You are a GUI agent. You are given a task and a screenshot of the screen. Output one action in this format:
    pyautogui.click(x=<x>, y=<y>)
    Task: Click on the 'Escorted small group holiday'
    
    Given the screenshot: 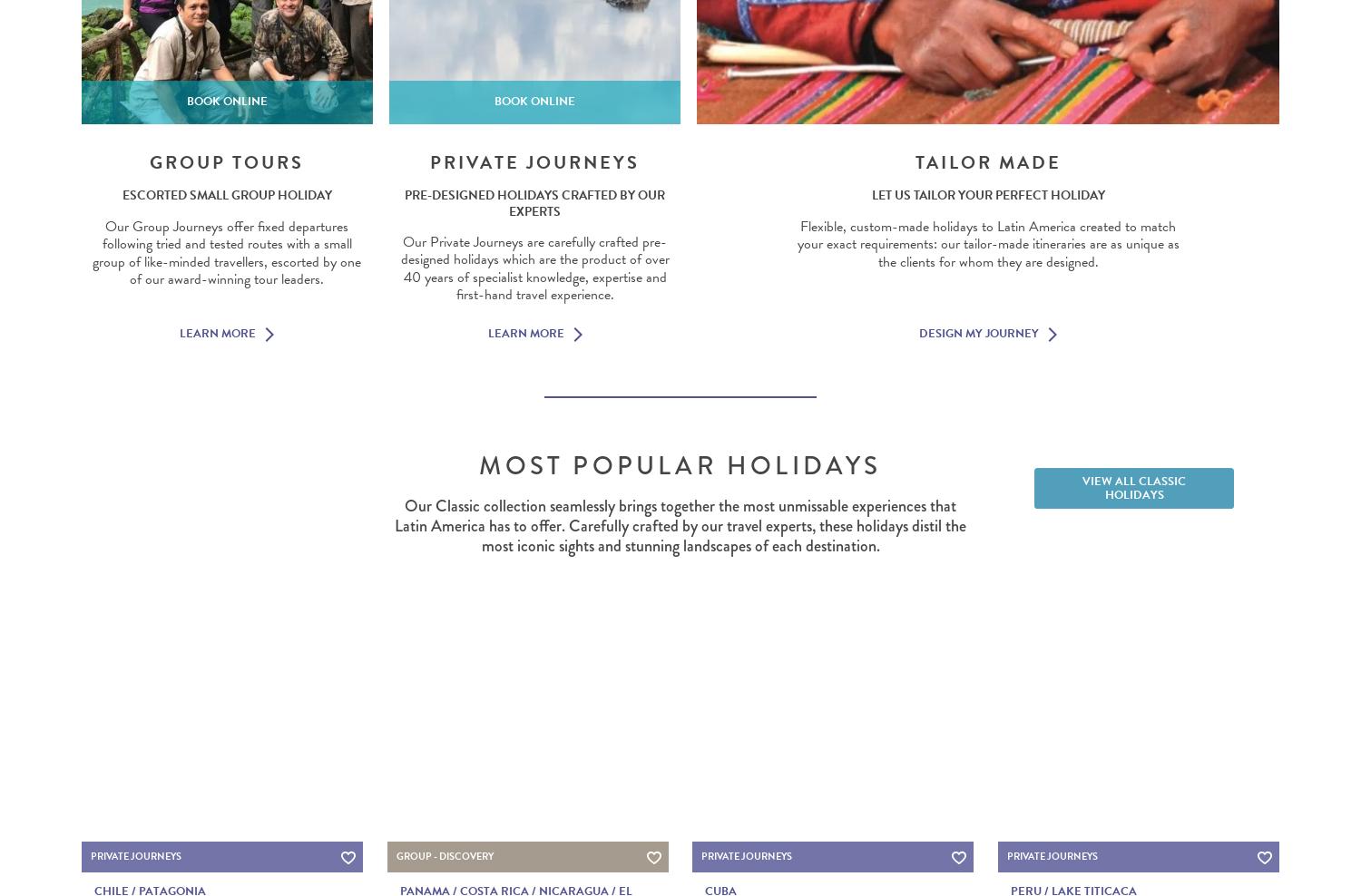 What is the action you would take?
    pyautogui.click(x=225, y=195)
    